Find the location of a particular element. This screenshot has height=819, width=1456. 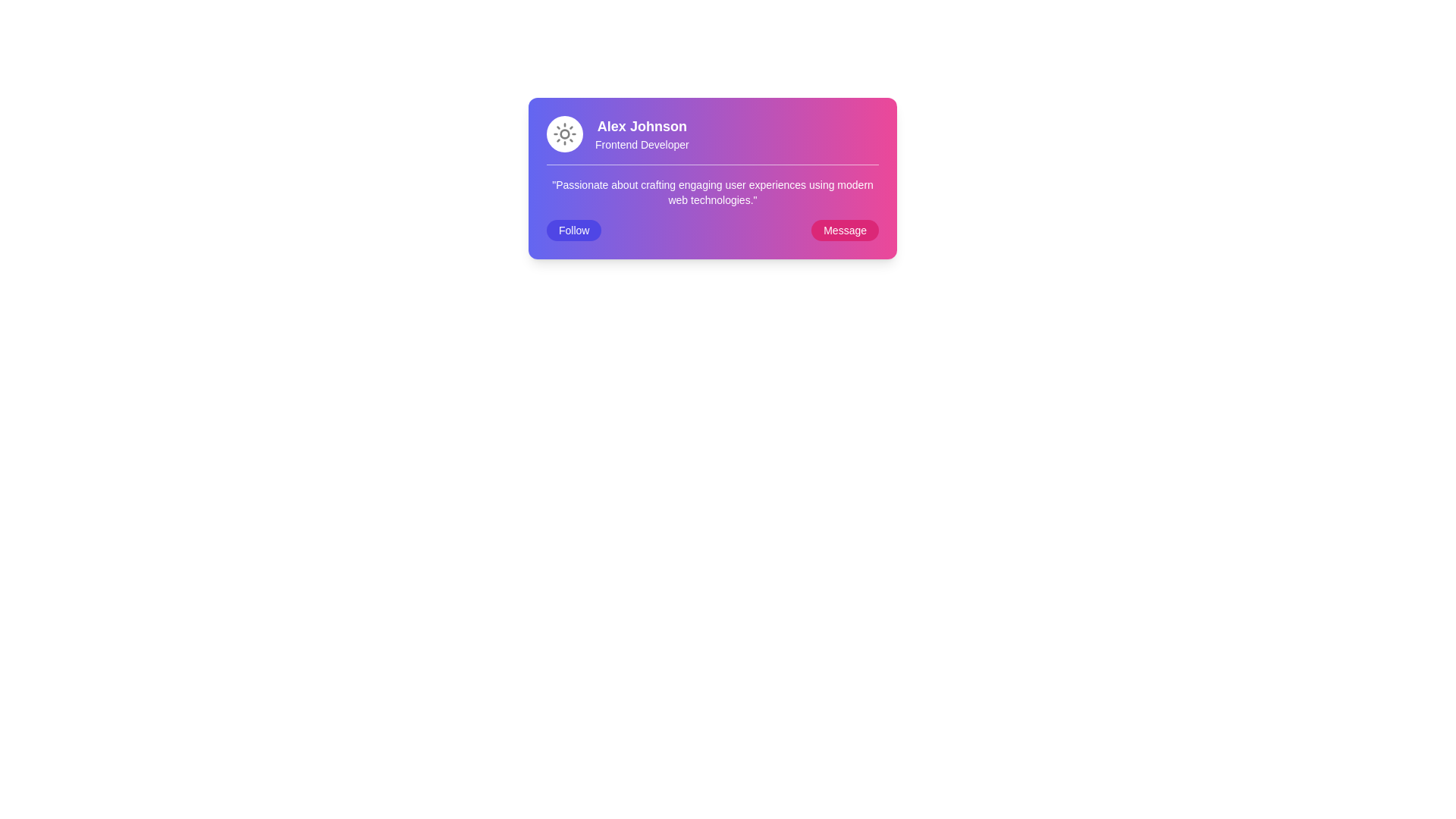

the central SVG Circle of the sun icon, which symbolizes the sun's nucleus is located at coordinates (563, 133).